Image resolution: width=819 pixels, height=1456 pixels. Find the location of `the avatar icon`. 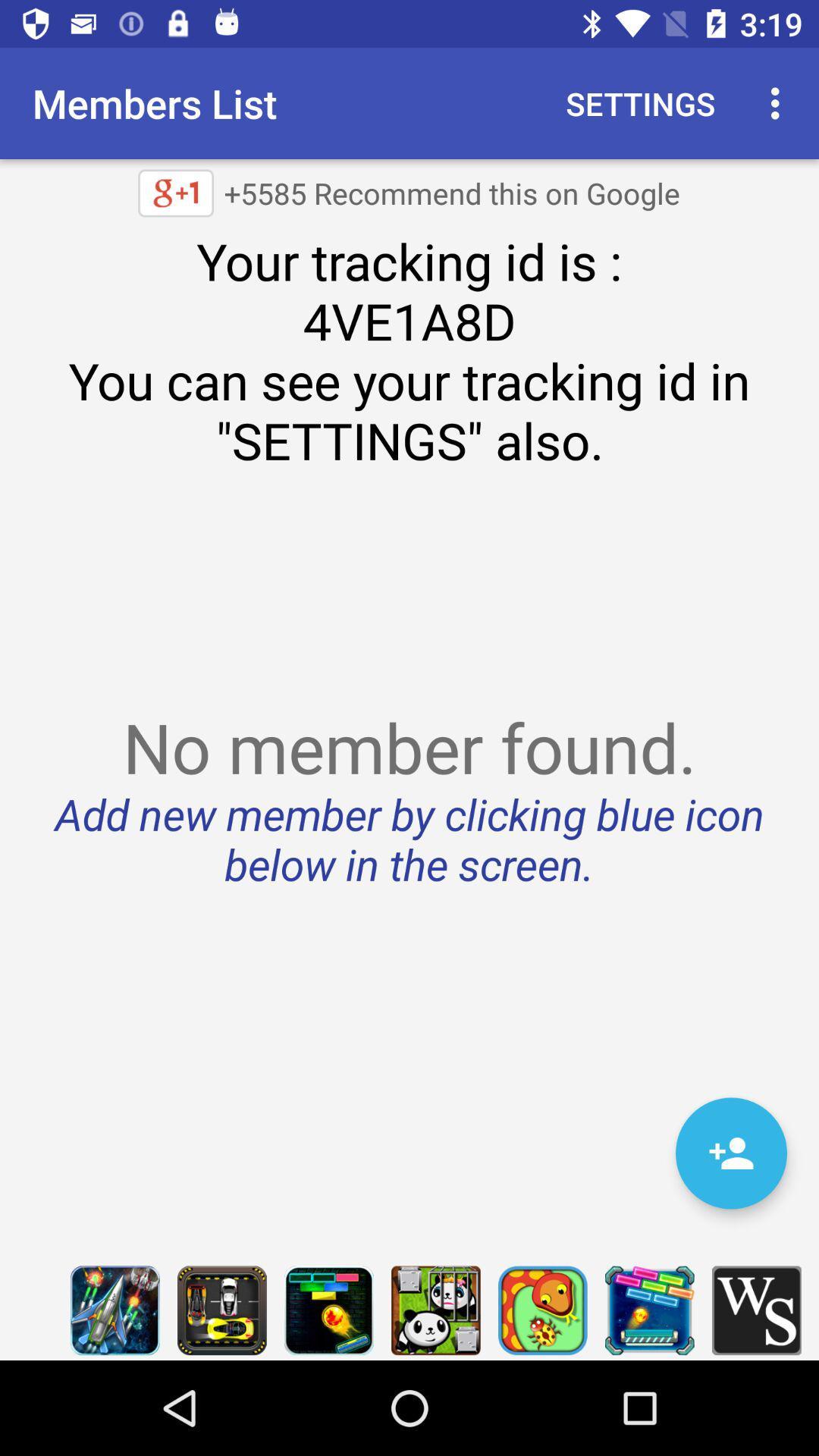

the avatar icon is located at coordinates (541, 1310).